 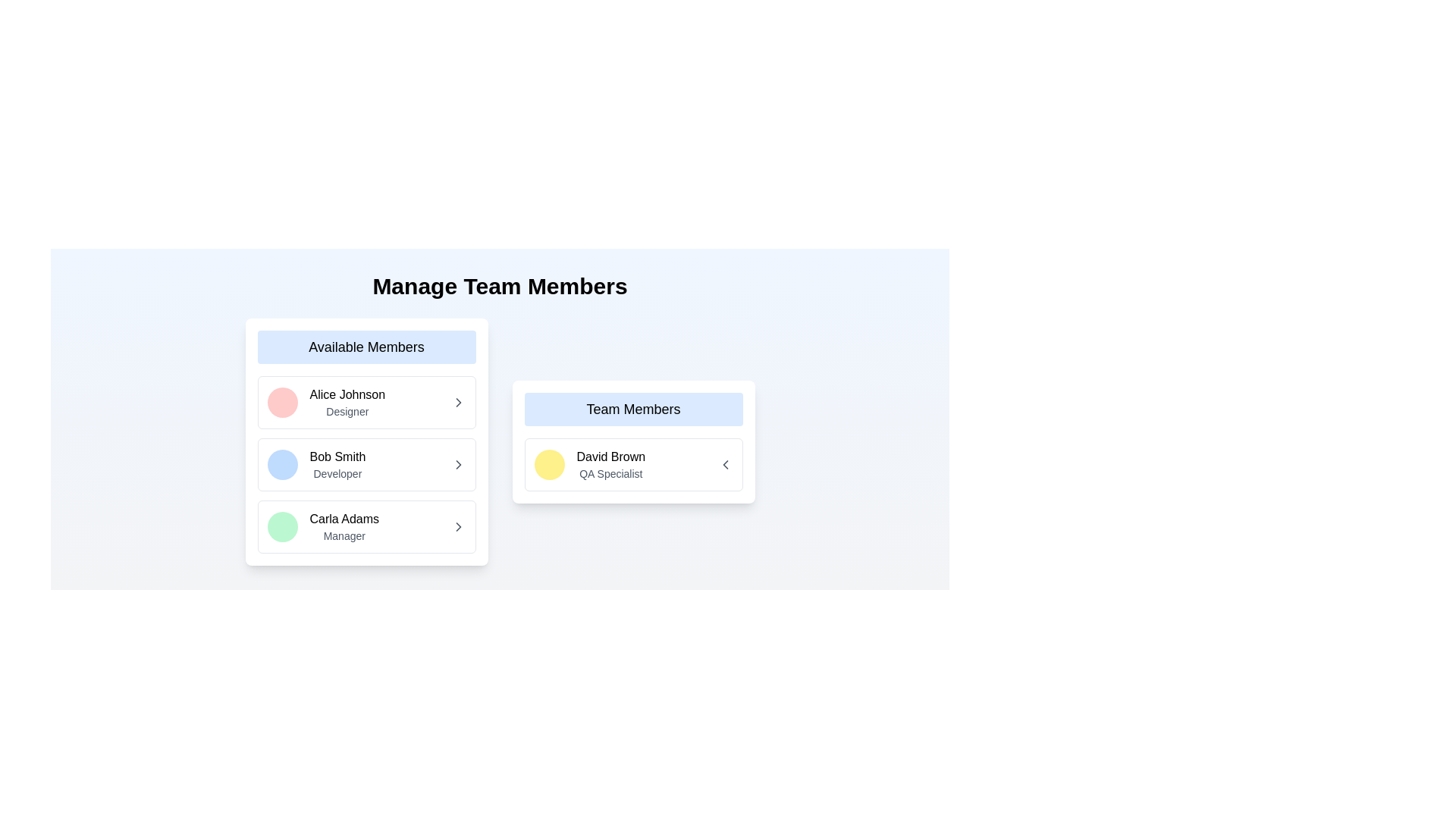 What do you see at coordinates (282, 402) in the screenshot?
I see `the Avatar Placeholder representing 'Alice Johnson', which is the leftmost component in the row containing 'Alice Johnson' and 'Designer', located in the 'Available Members' column` at bounding box center [282, 402].